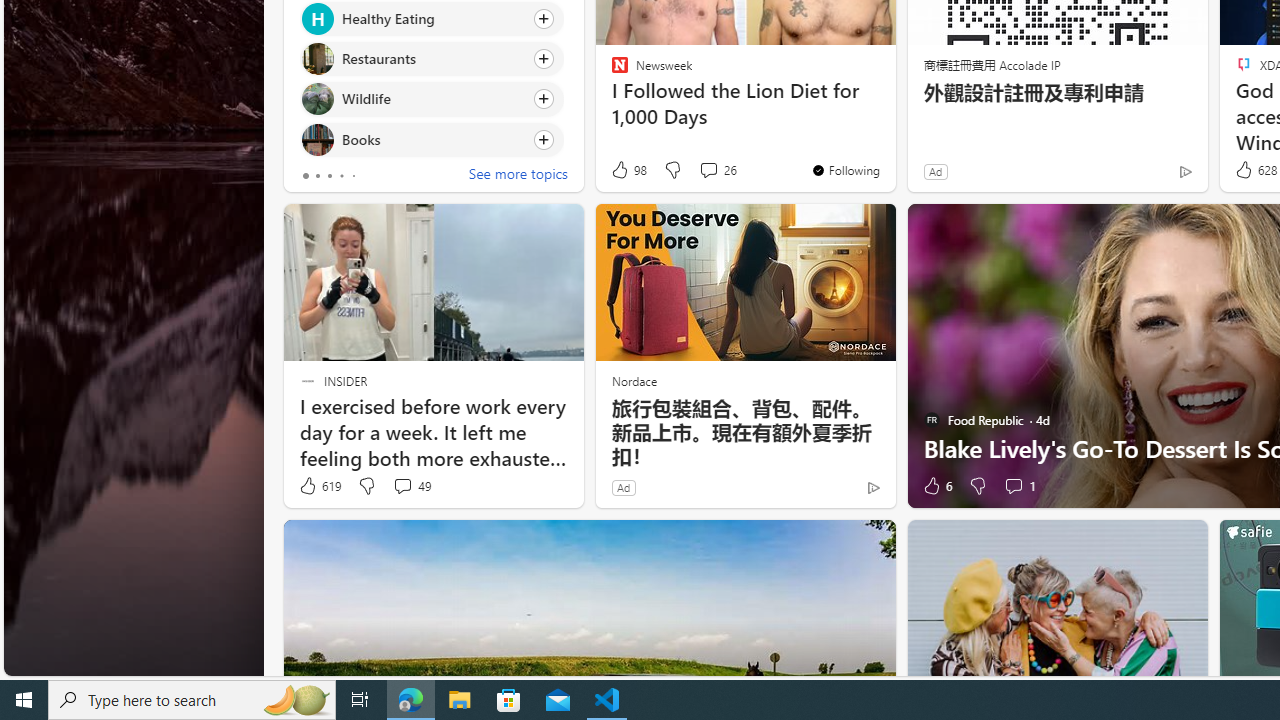 The image size is (1280, 720). What do you see at coordinates (708, 168) in the screenshot?
I see `'View comments 26 Comment'` at bounding box center [708, 168].